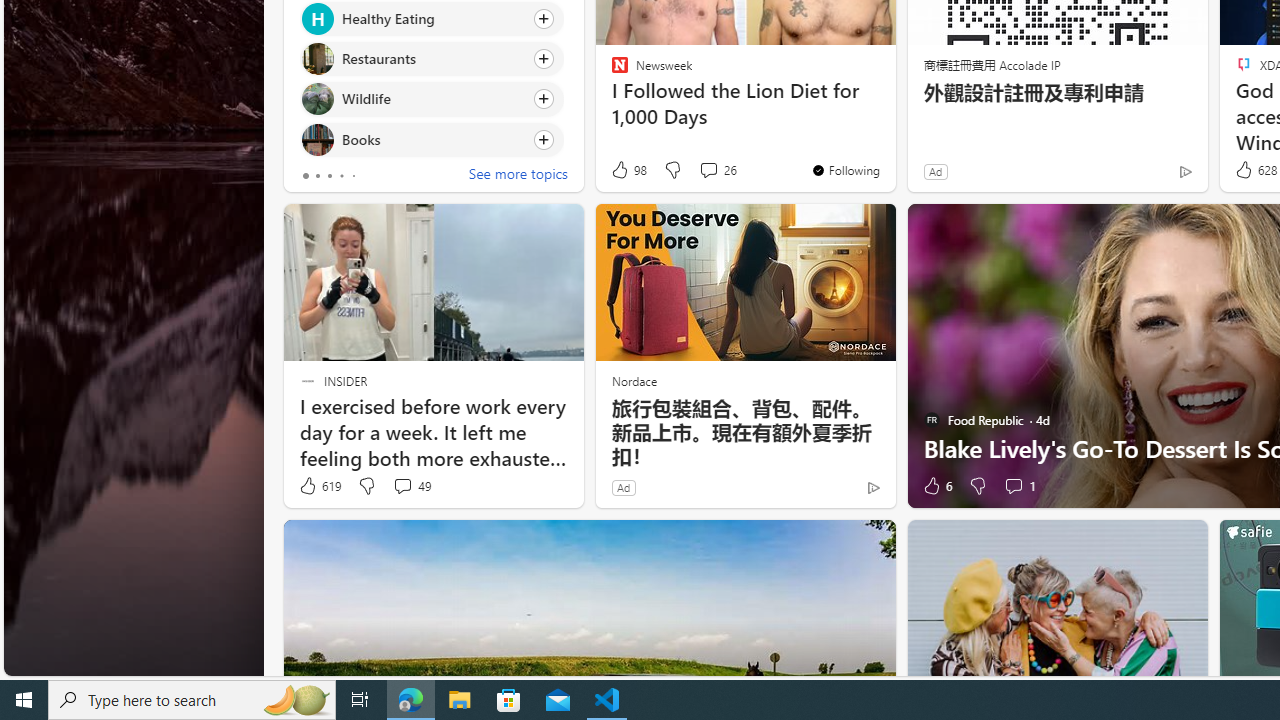 The image size is (1280, 720). What do you see at coordinates (708, 168) in the screenshot?
I see `'View comments 26 Comment'` at bounding box center [708, 168].